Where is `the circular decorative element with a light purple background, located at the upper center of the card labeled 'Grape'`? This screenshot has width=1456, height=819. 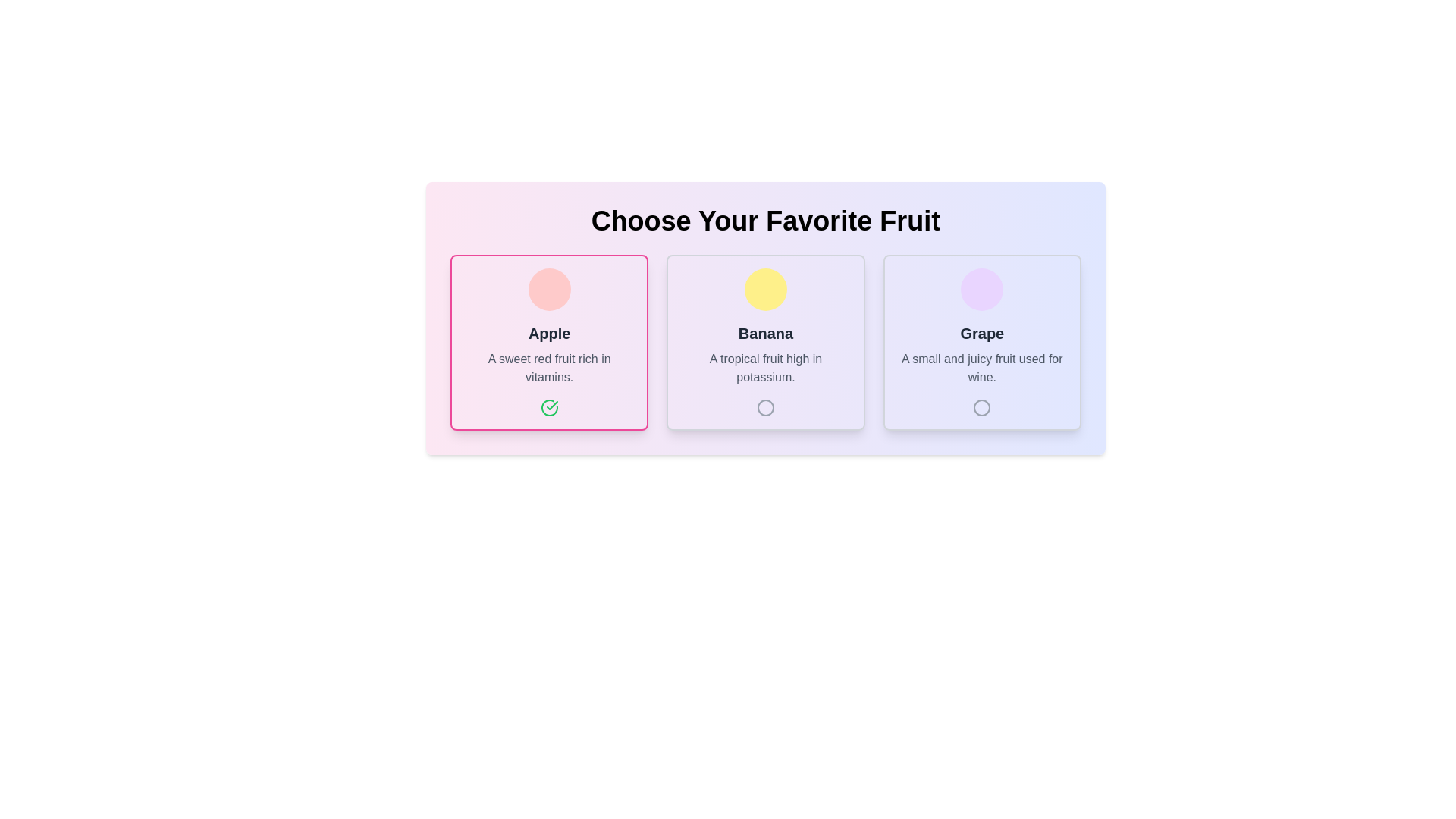 the circular decorative element with a light purple background, located at the upper center of the card labeled 'Grape' is located at coordinates (982, 289).